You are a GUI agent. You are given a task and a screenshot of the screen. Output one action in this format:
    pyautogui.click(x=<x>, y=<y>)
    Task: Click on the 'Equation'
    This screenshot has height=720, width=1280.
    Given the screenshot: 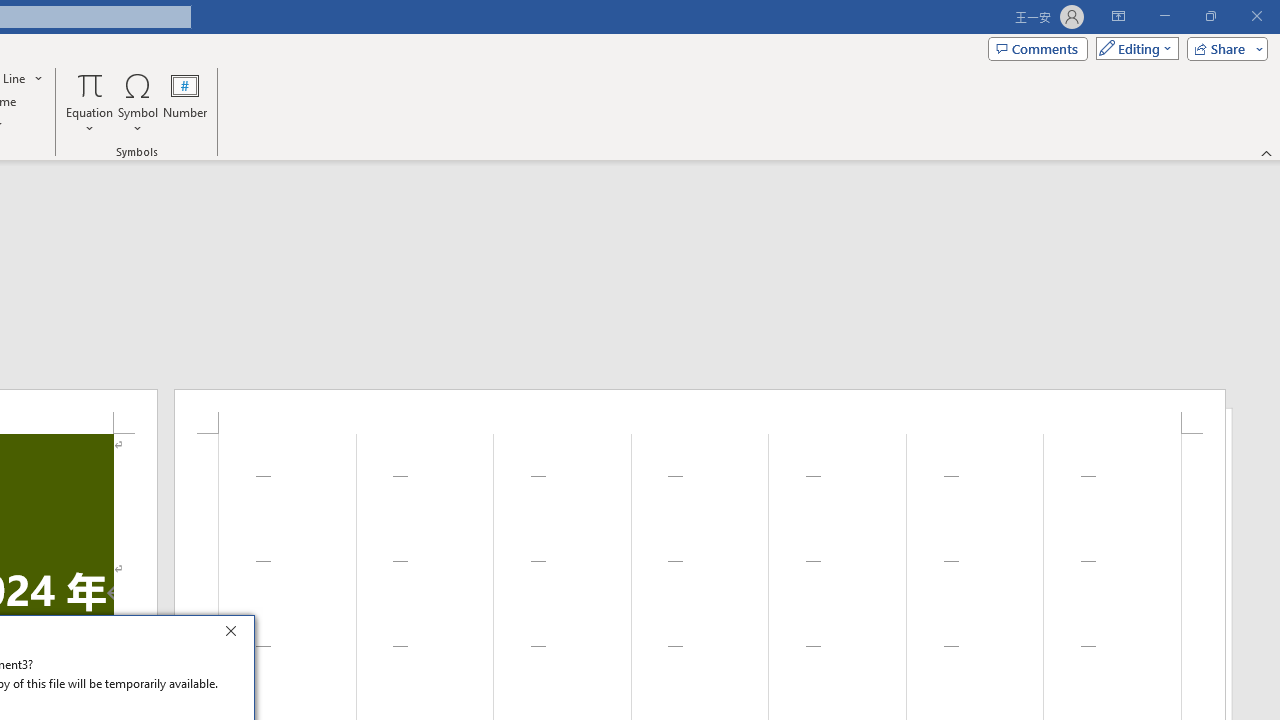 What is the action you would take?
    pyautogui.click(x=89, y=103)
    